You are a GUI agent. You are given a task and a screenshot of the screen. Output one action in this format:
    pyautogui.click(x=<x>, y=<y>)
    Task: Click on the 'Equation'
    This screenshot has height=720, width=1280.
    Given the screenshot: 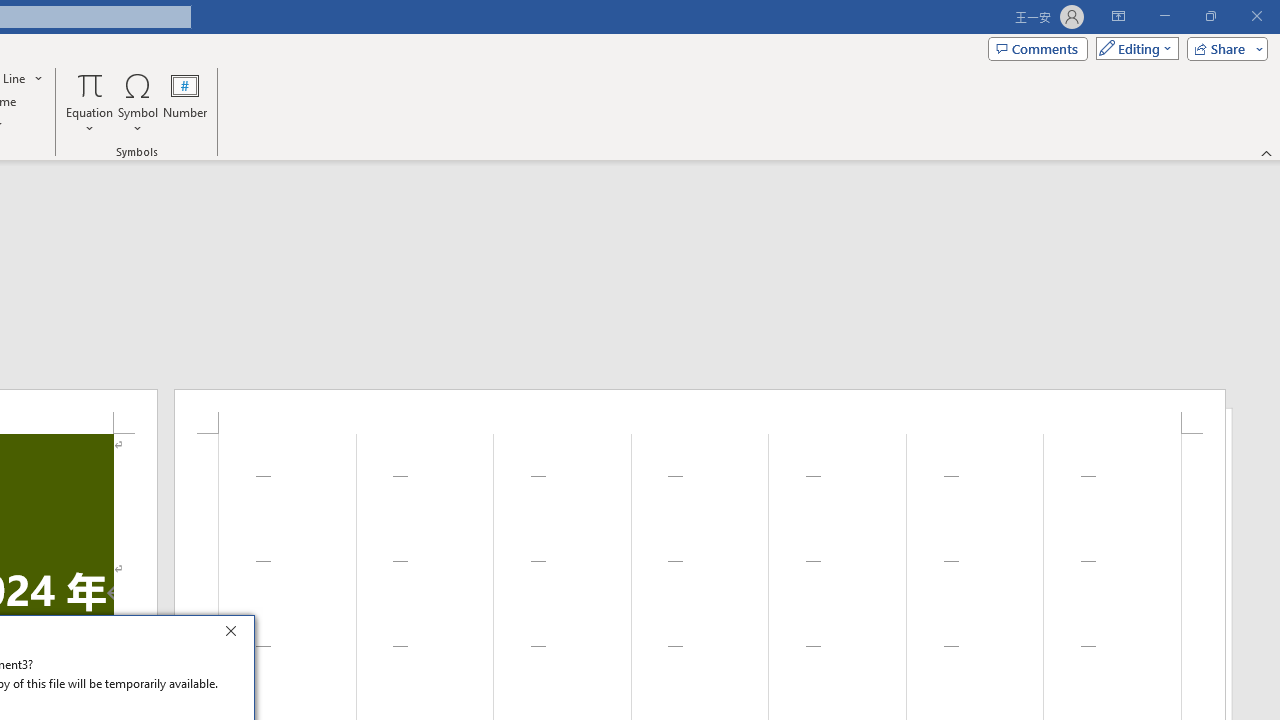 What is the action you would take?
    pyautogui.click(x=89, y=103)
    